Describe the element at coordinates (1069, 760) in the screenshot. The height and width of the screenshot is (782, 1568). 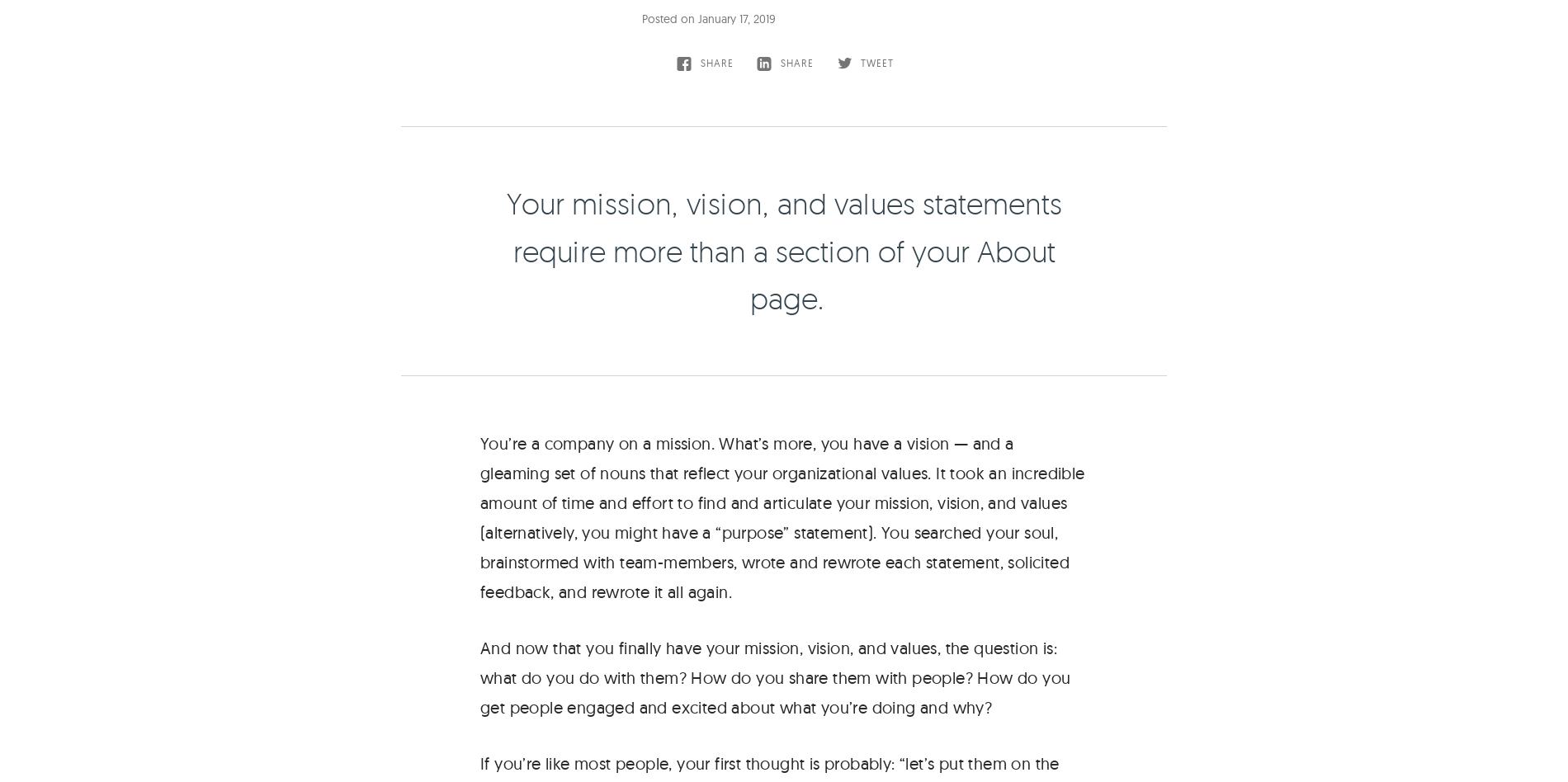
I see `'Code of Ethics'` at that location.